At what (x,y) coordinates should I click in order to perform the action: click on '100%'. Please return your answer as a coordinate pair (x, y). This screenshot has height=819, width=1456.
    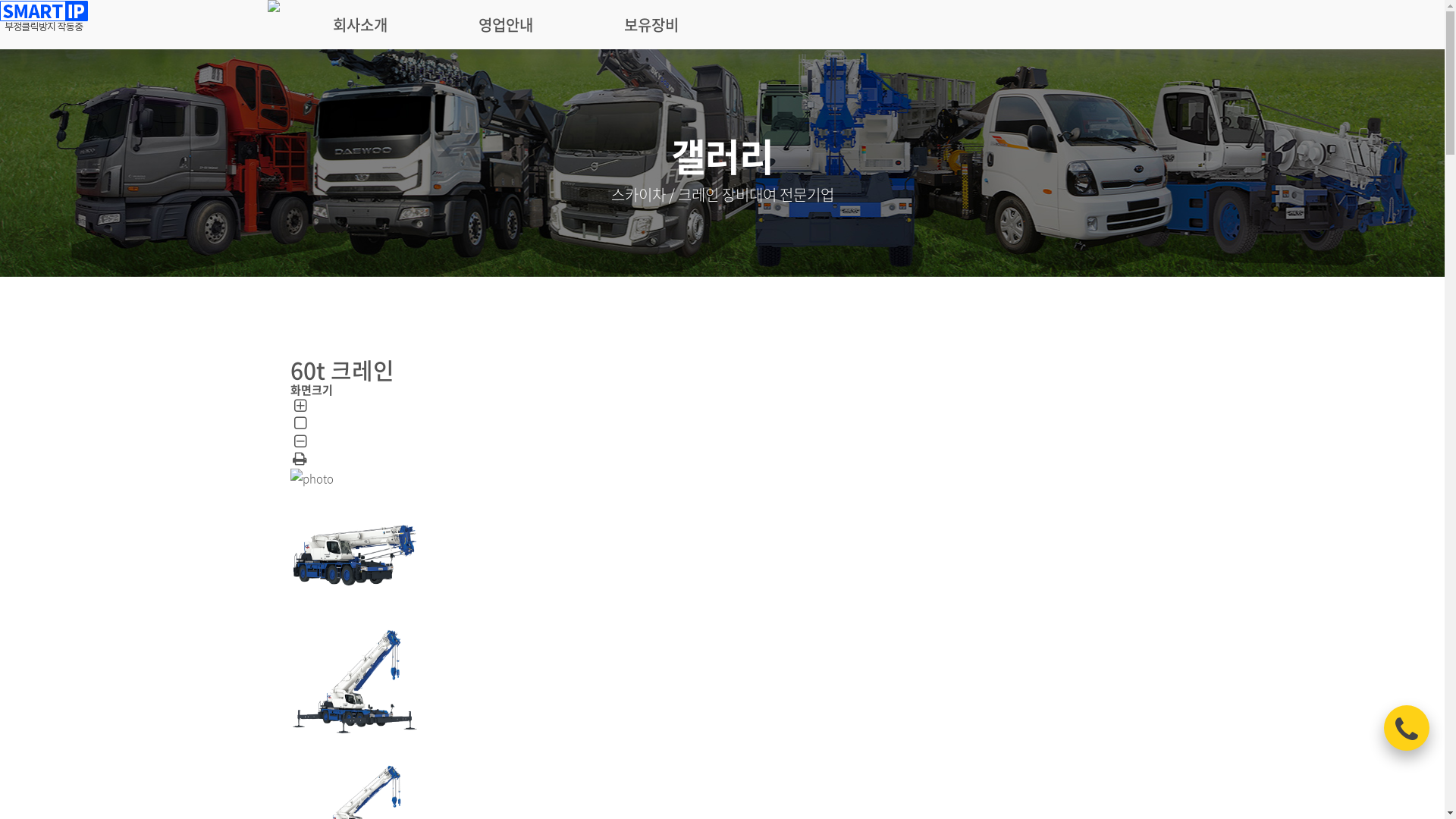
    Looking at the image, I should click on (300, 424).